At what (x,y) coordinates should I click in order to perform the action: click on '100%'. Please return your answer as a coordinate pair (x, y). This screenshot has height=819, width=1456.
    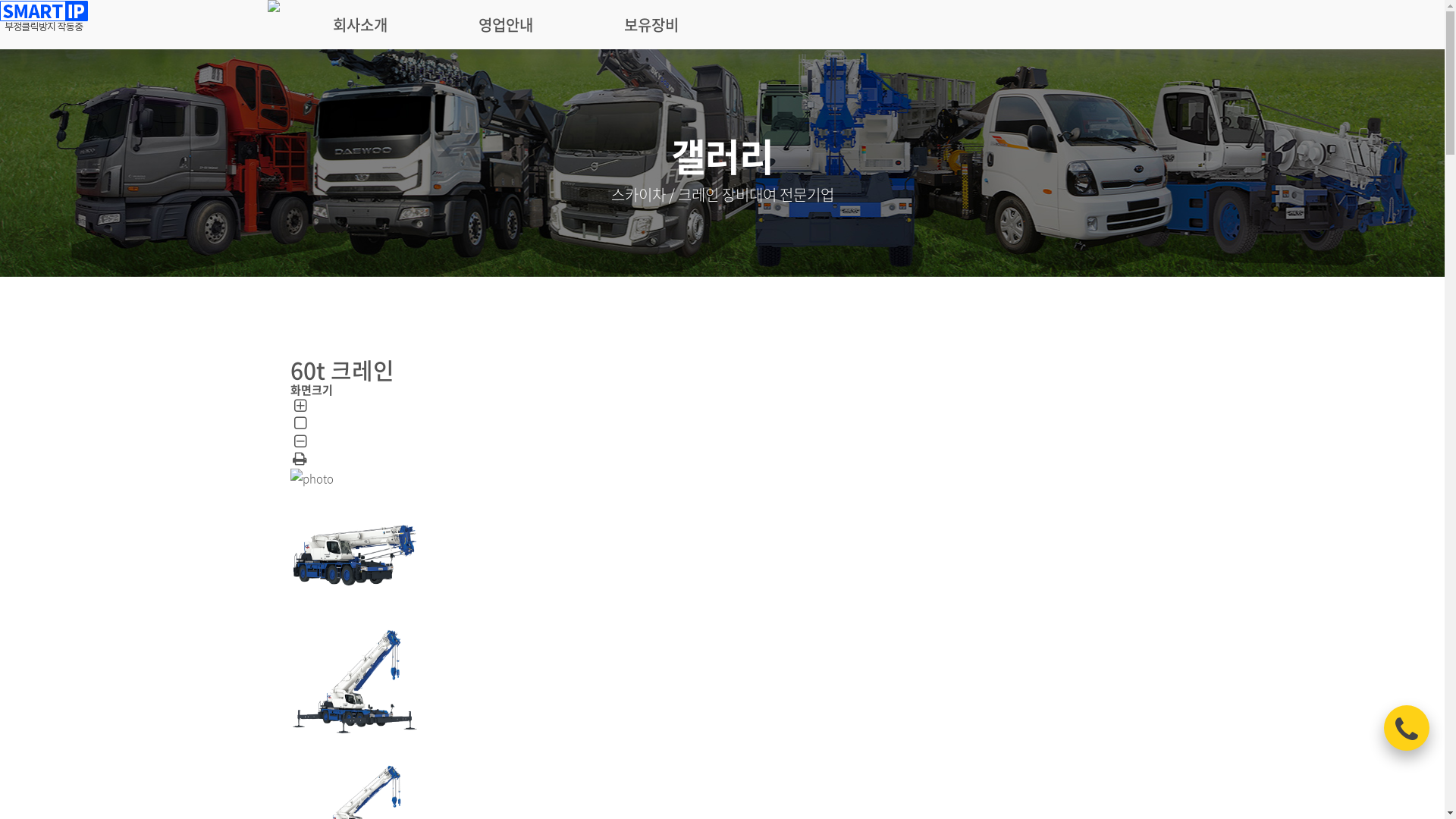
    Looking at the image, I should click on (300, 424).